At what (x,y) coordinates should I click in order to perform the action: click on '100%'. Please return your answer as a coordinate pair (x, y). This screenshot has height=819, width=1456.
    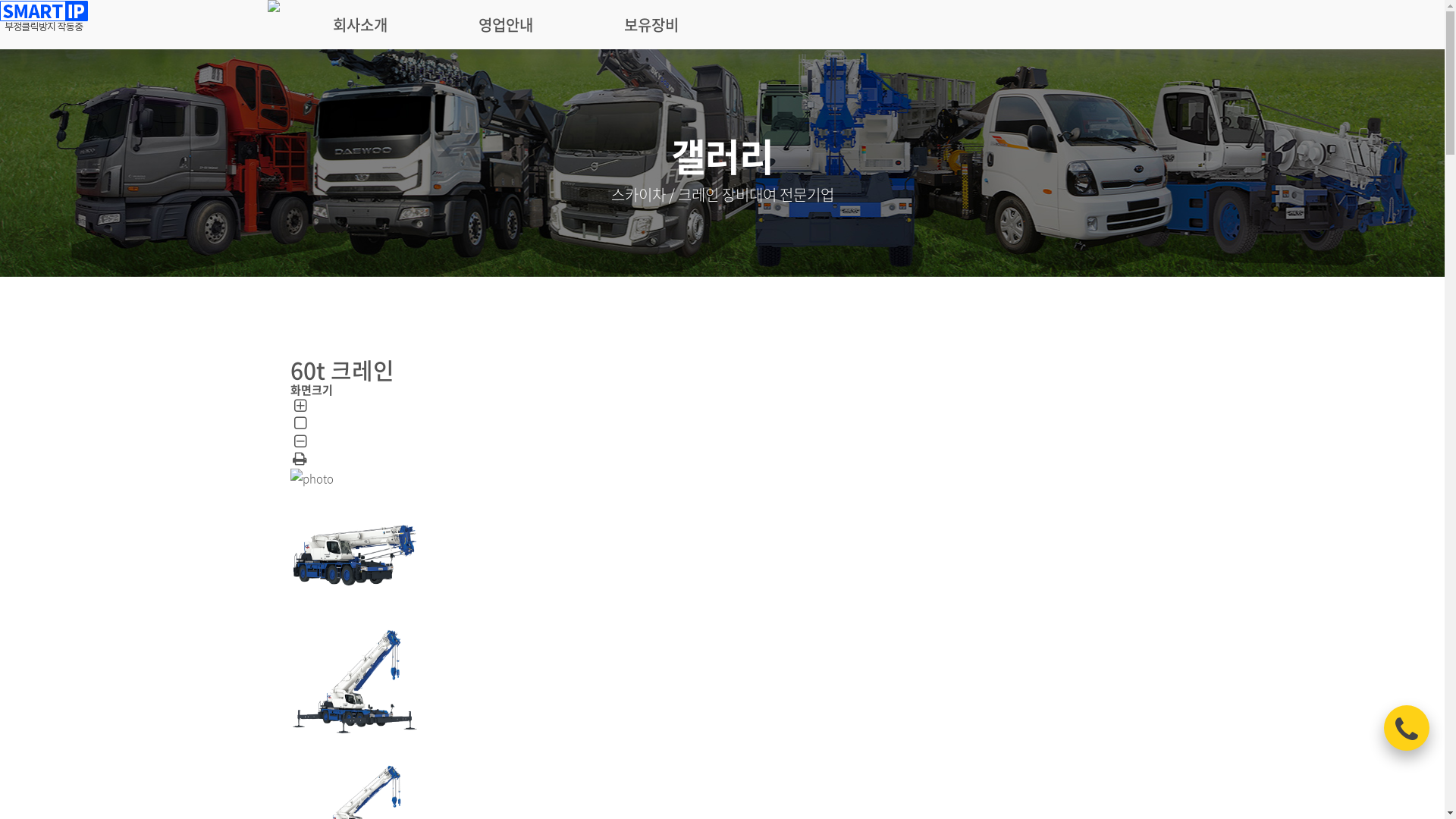
    Looking at the image, I should click on (300, 424).